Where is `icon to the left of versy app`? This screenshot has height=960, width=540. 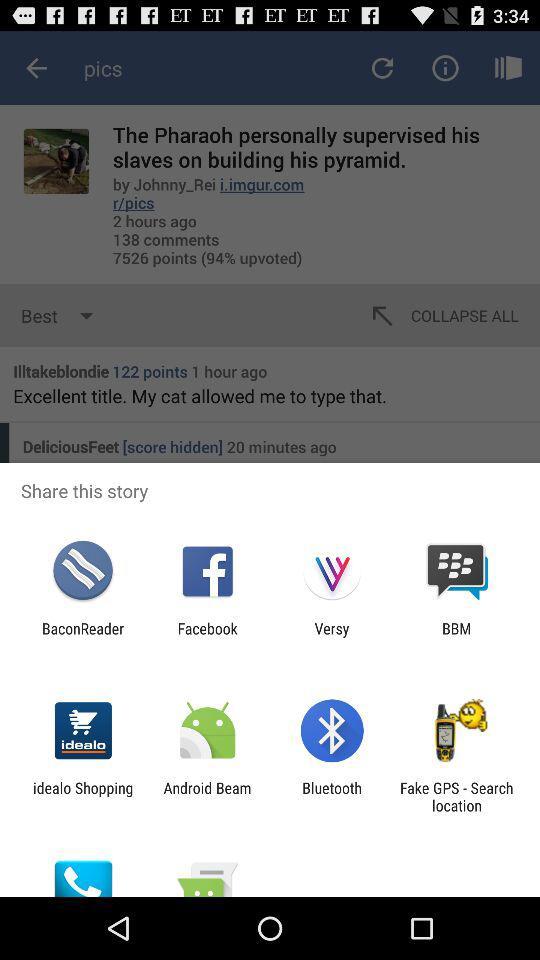 icon to the left of versy app is located at coordinates (206, 636).